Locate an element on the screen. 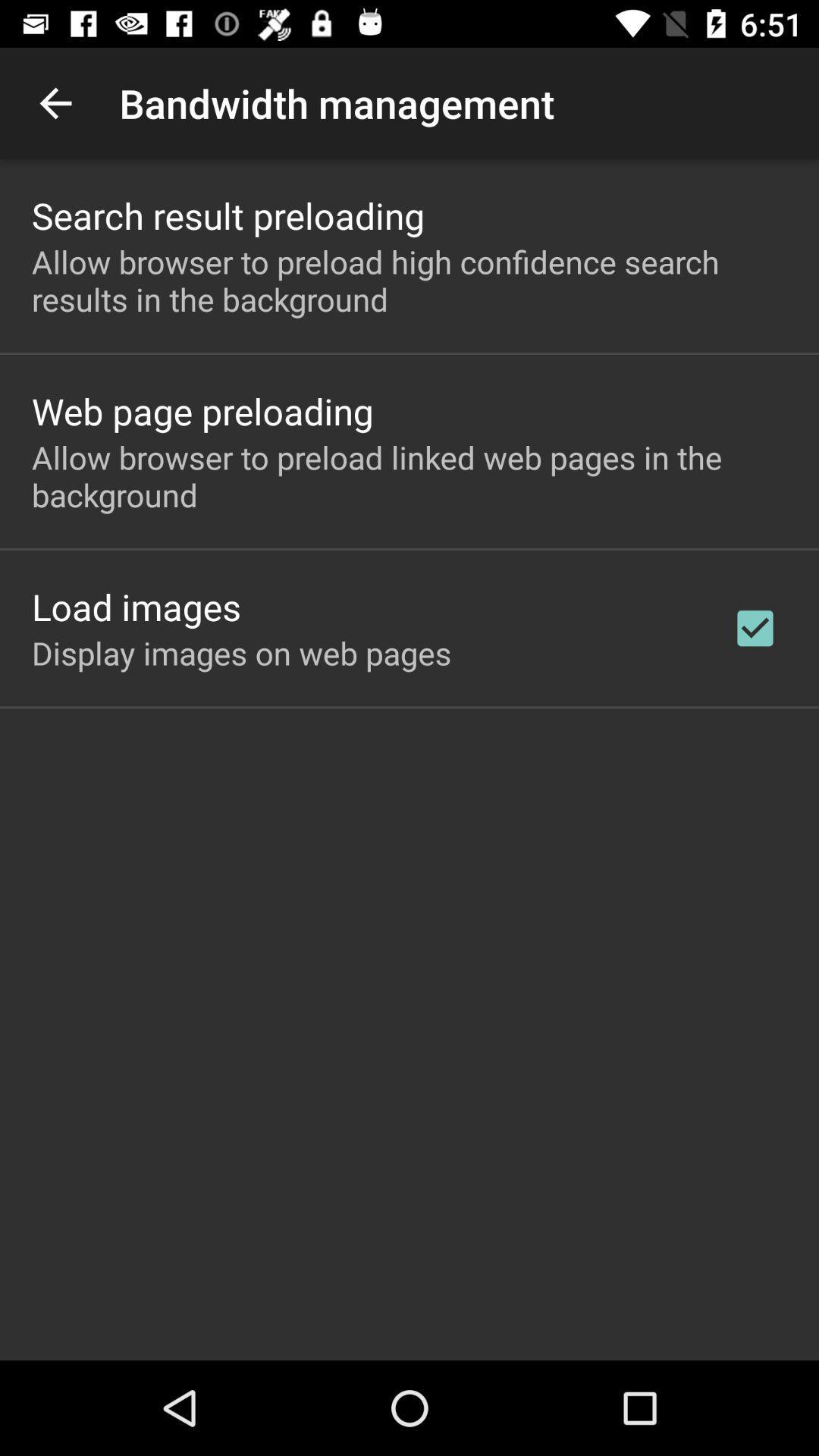 The image size is (819, 1456). app to the right of the display images on app is located at coordinates (755, 628).